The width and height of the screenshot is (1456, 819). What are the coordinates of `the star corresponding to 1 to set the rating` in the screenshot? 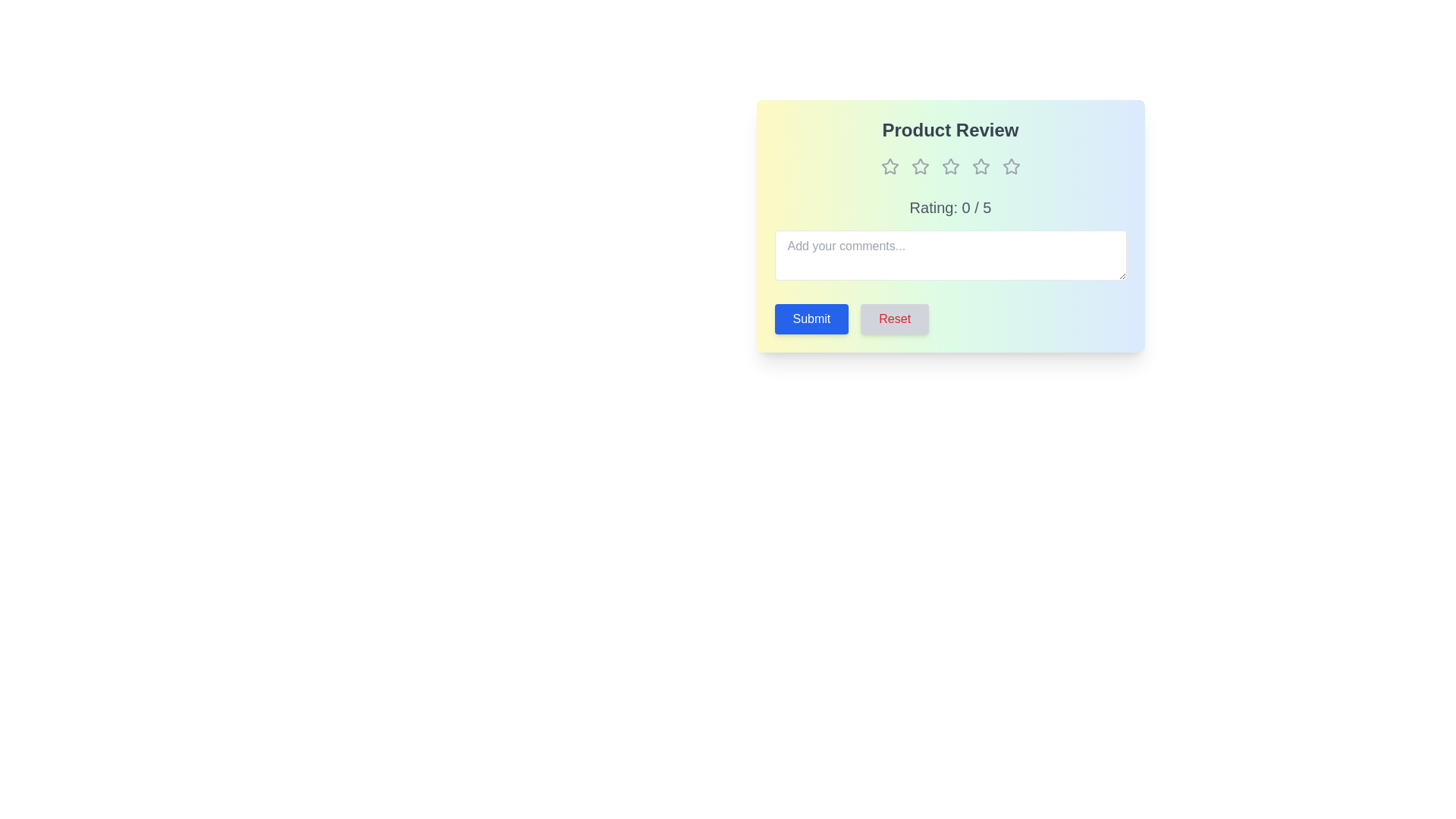 It's located at (890, 166).